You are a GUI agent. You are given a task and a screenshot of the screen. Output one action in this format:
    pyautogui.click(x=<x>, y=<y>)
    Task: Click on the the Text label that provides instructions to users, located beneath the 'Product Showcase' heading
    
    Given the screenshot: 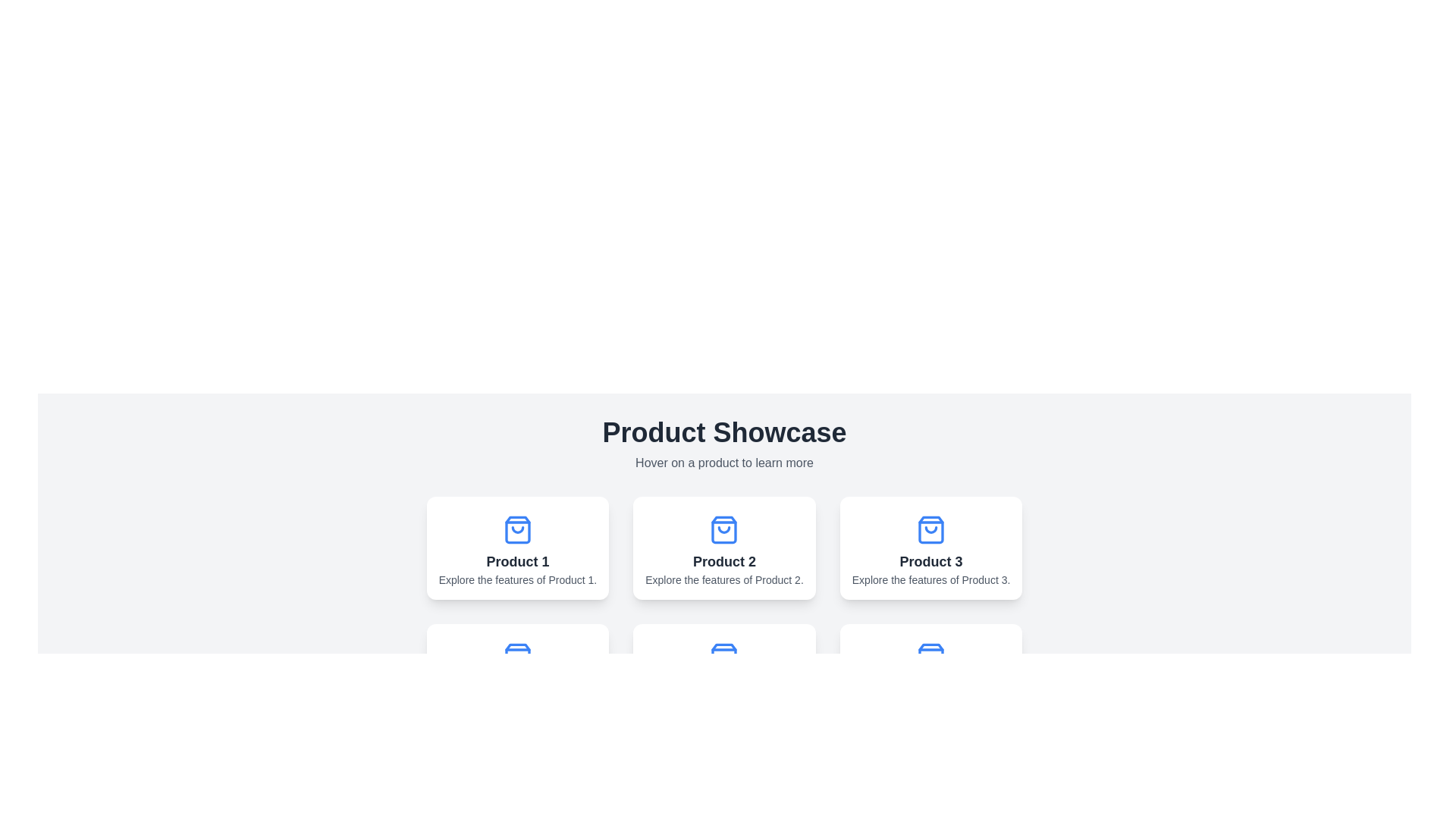 What is the action you would take?
    pyautogui.click(x=723, y=462)
    